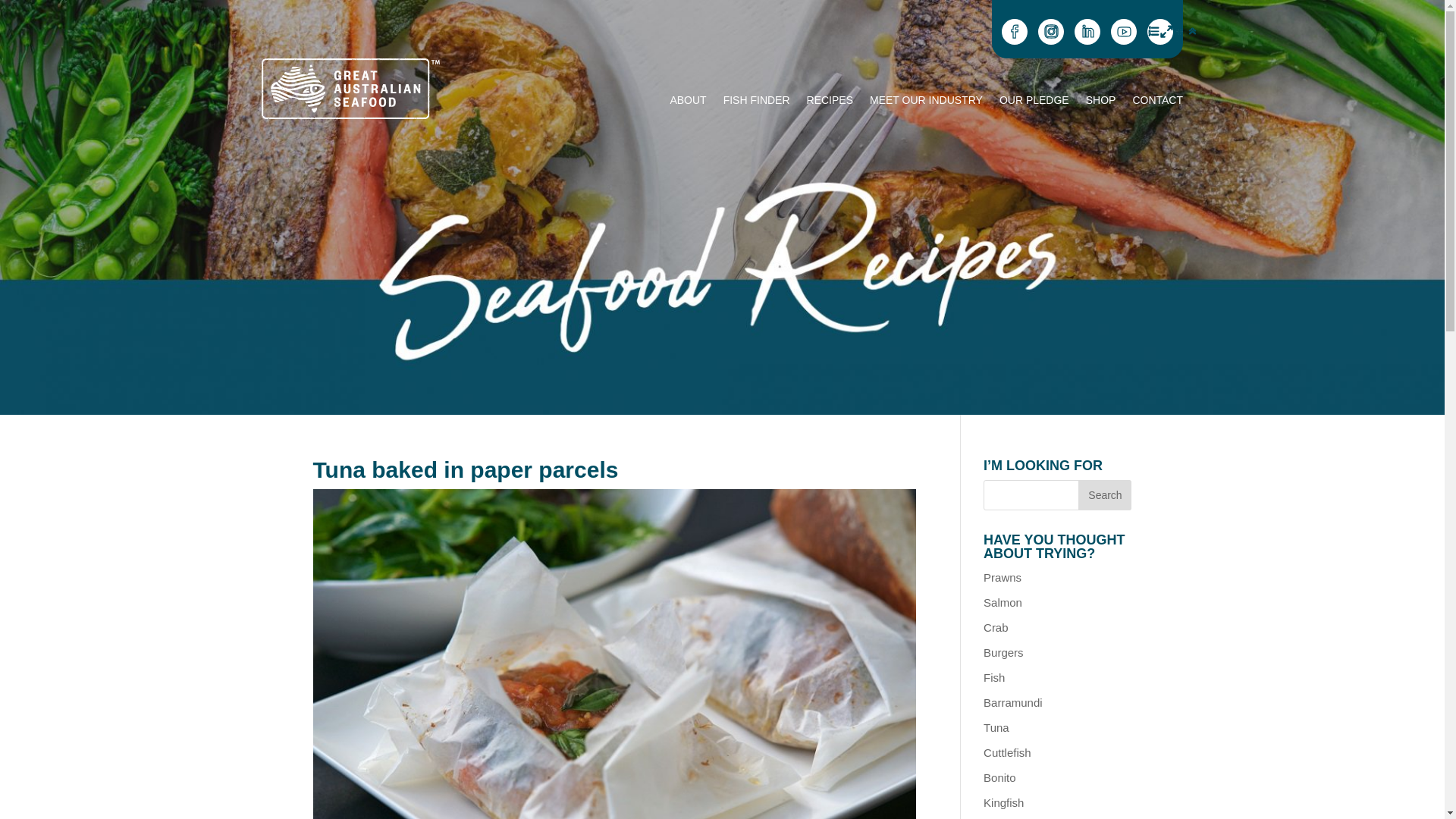 This screenshot has width=1456, height=819. What do you see at coordinates (1003, 651) in the screenshot?
I see `'Burgers'` at bounding box center [1003, 651].